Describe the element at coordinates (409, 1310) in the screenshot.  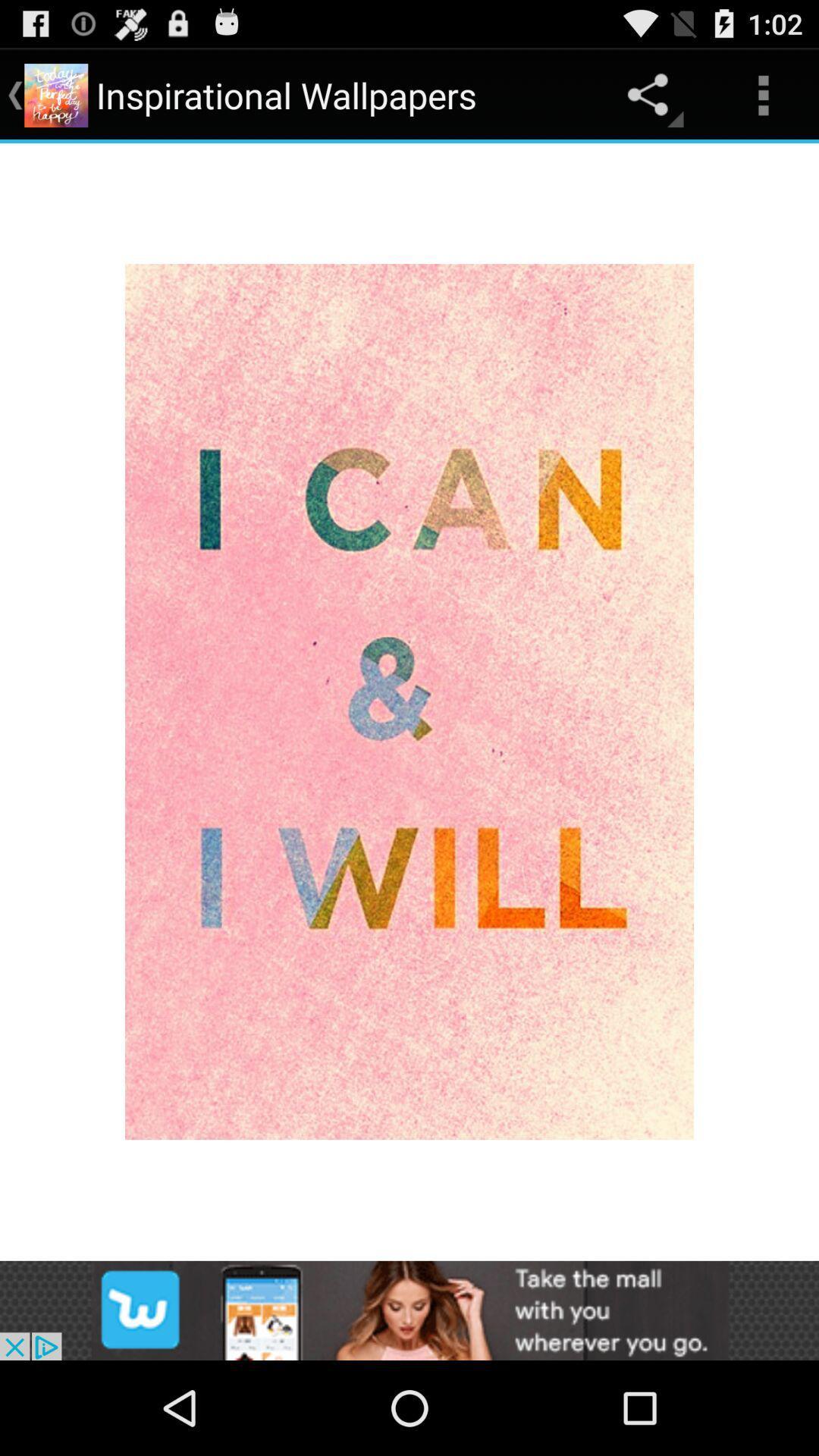
I see `visit the advertisement 's website` at that location.